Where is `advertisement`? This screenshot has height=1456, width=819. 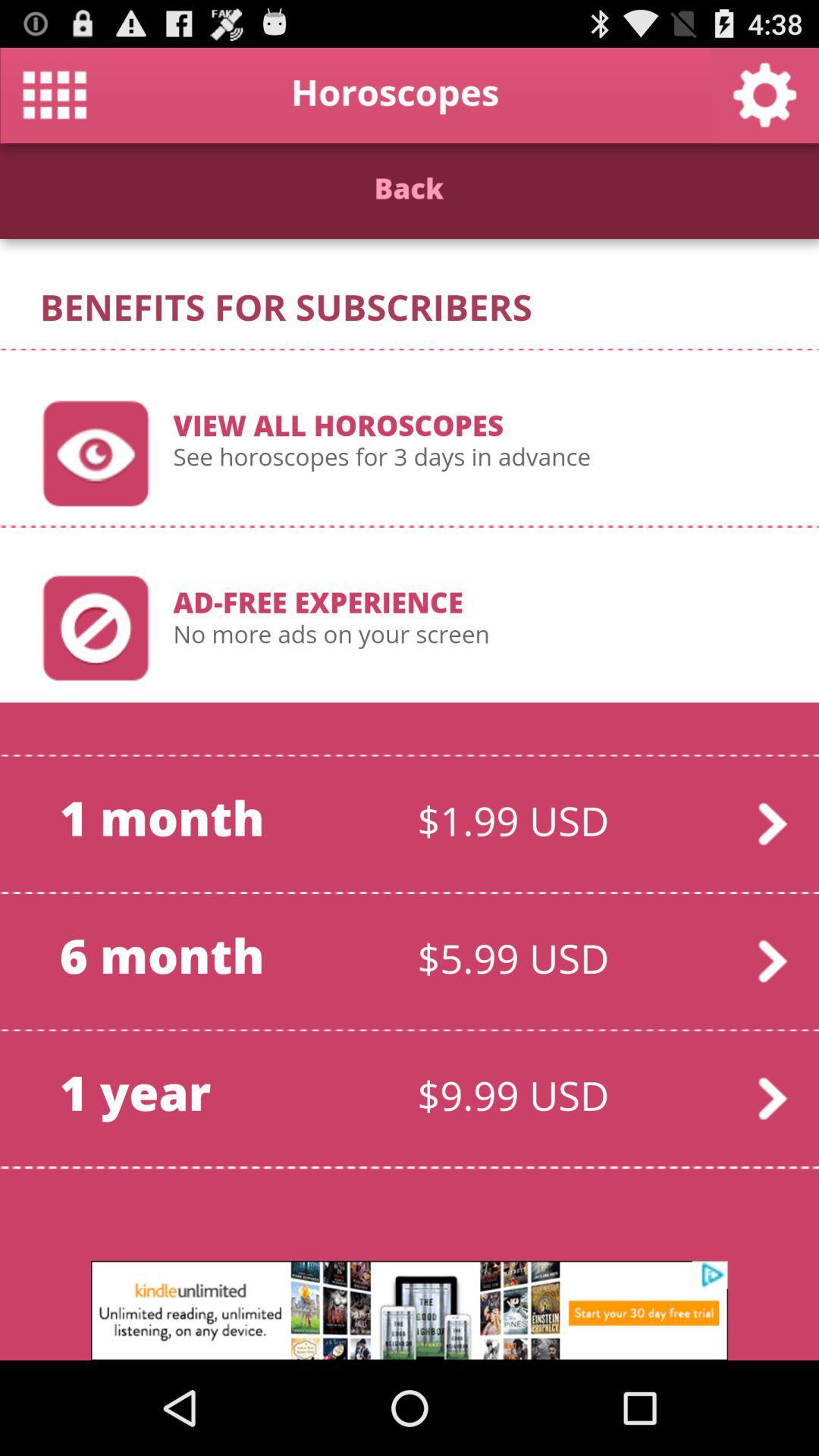
advertisement is located at coordinates (409, 1310).